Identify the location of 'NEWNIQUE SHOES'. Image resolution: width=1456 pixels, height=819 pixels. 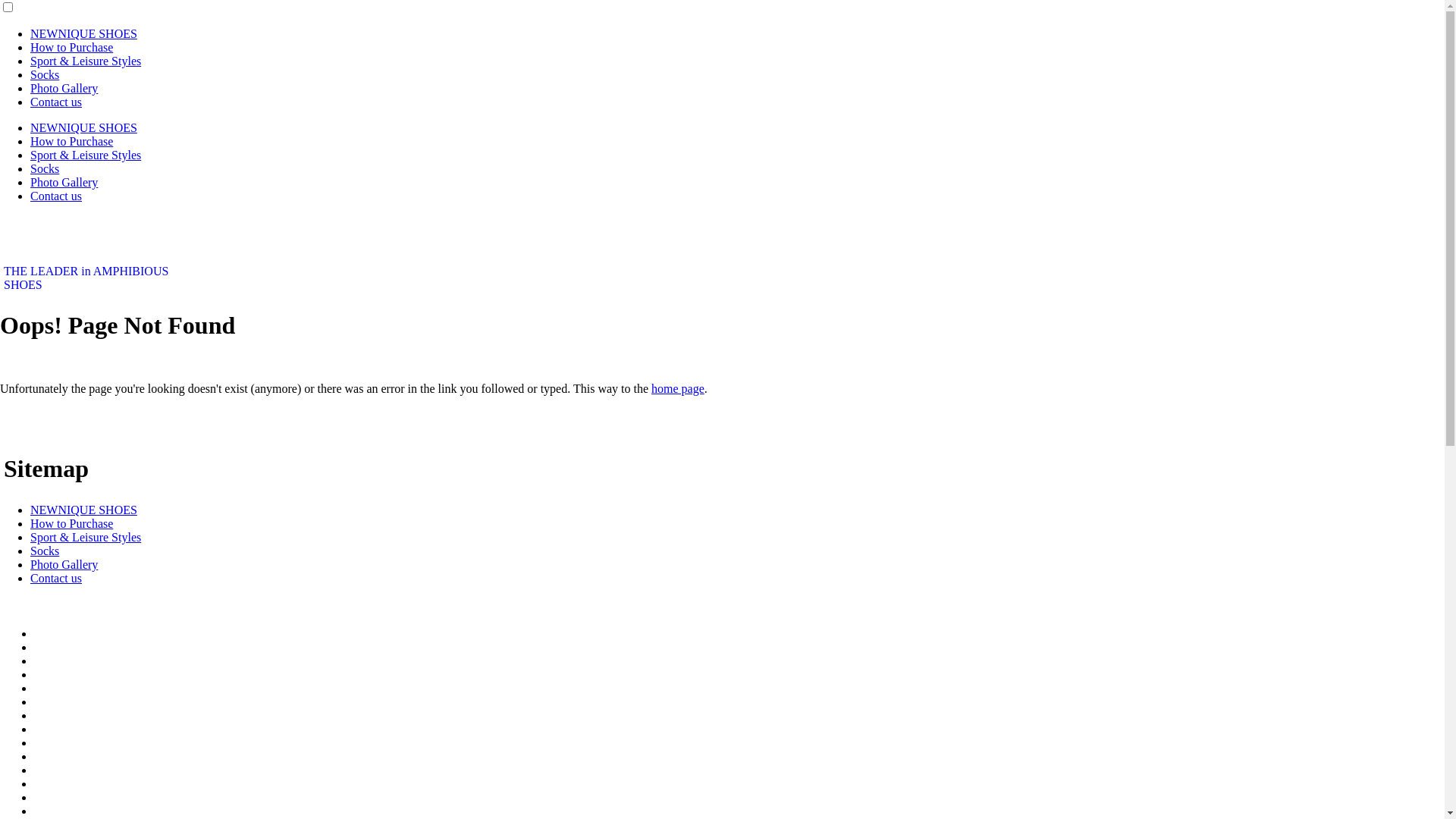
(83, 510).